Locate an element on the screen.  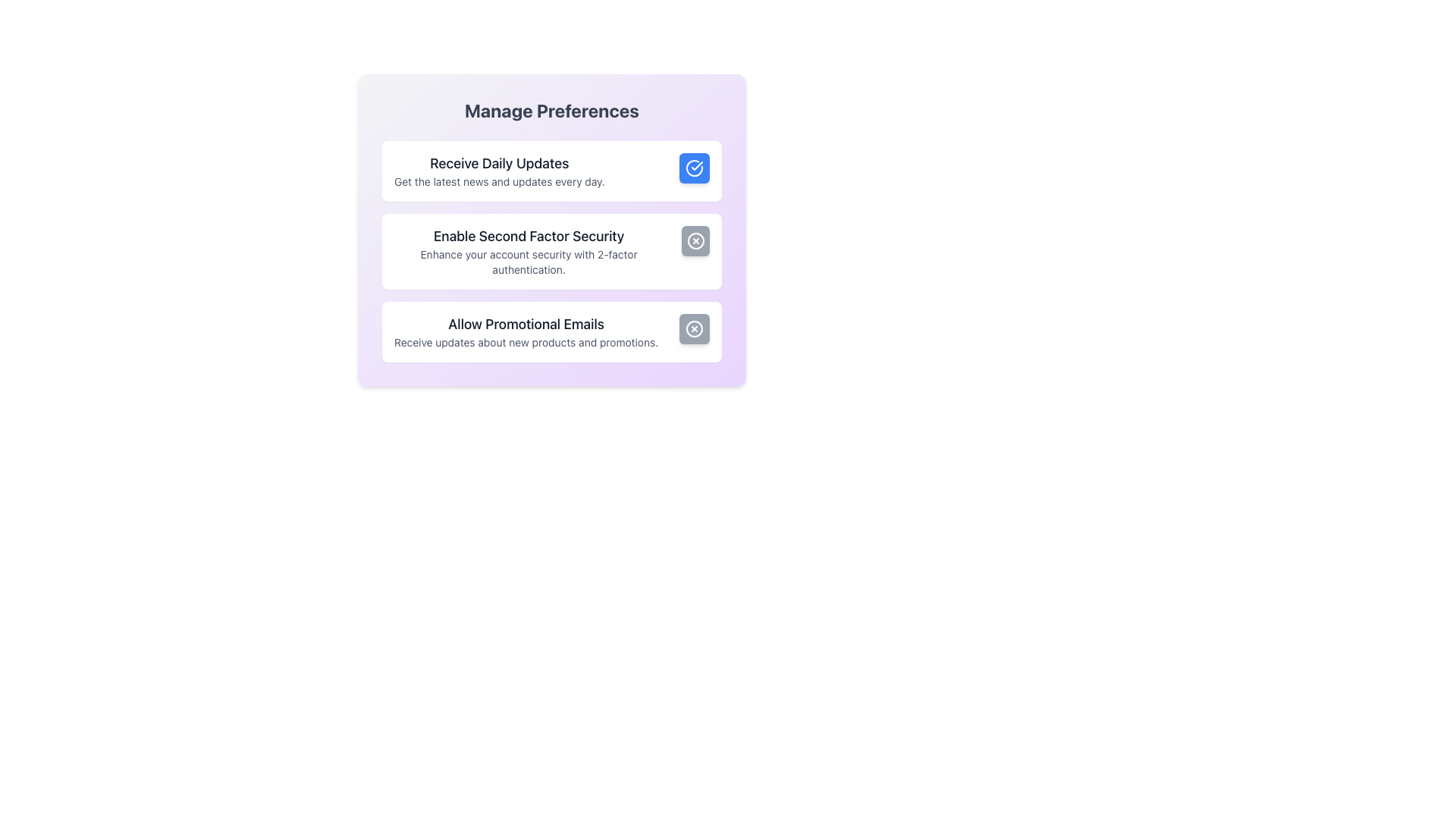
descriptive text for the promotional email toggle option located at the bottom of the preferences section is located at coordinates (551, 331).